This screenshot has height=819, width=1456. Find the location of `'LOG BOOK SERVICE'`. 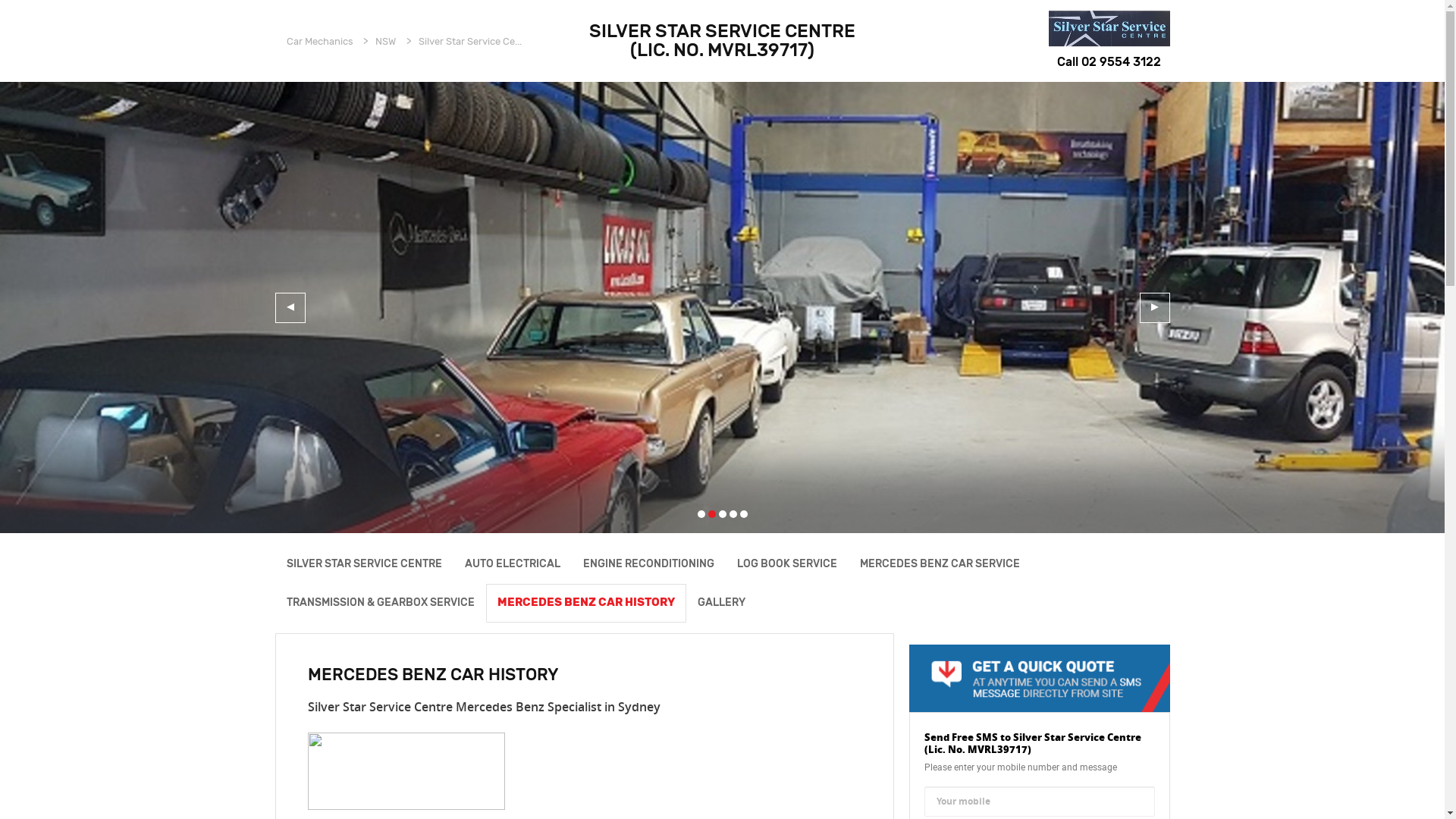

'LOG BOOK SERVICE' is located at coordinates (786, 564).